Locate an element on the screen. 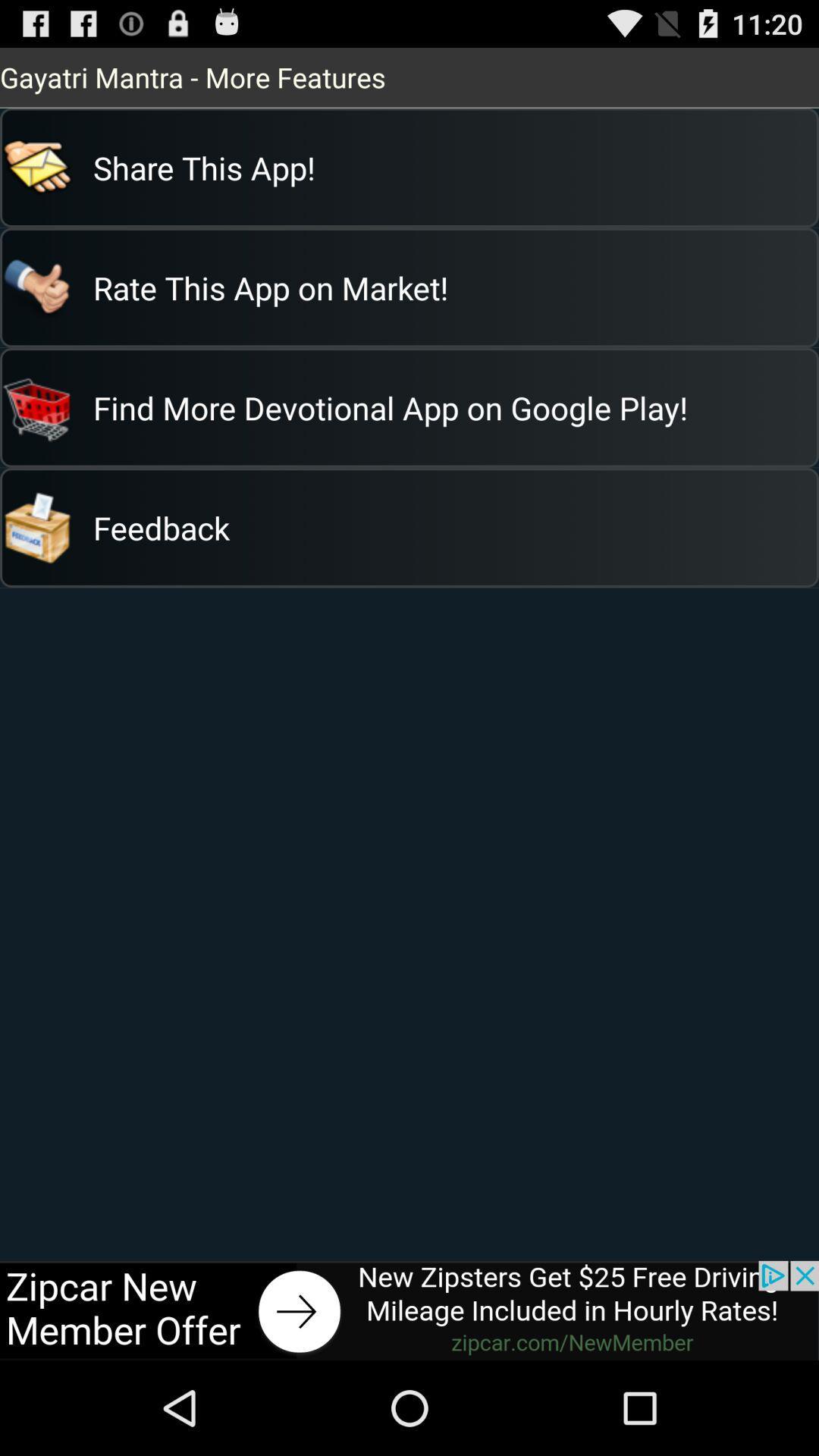  next is located at coordinates (409, 1310).